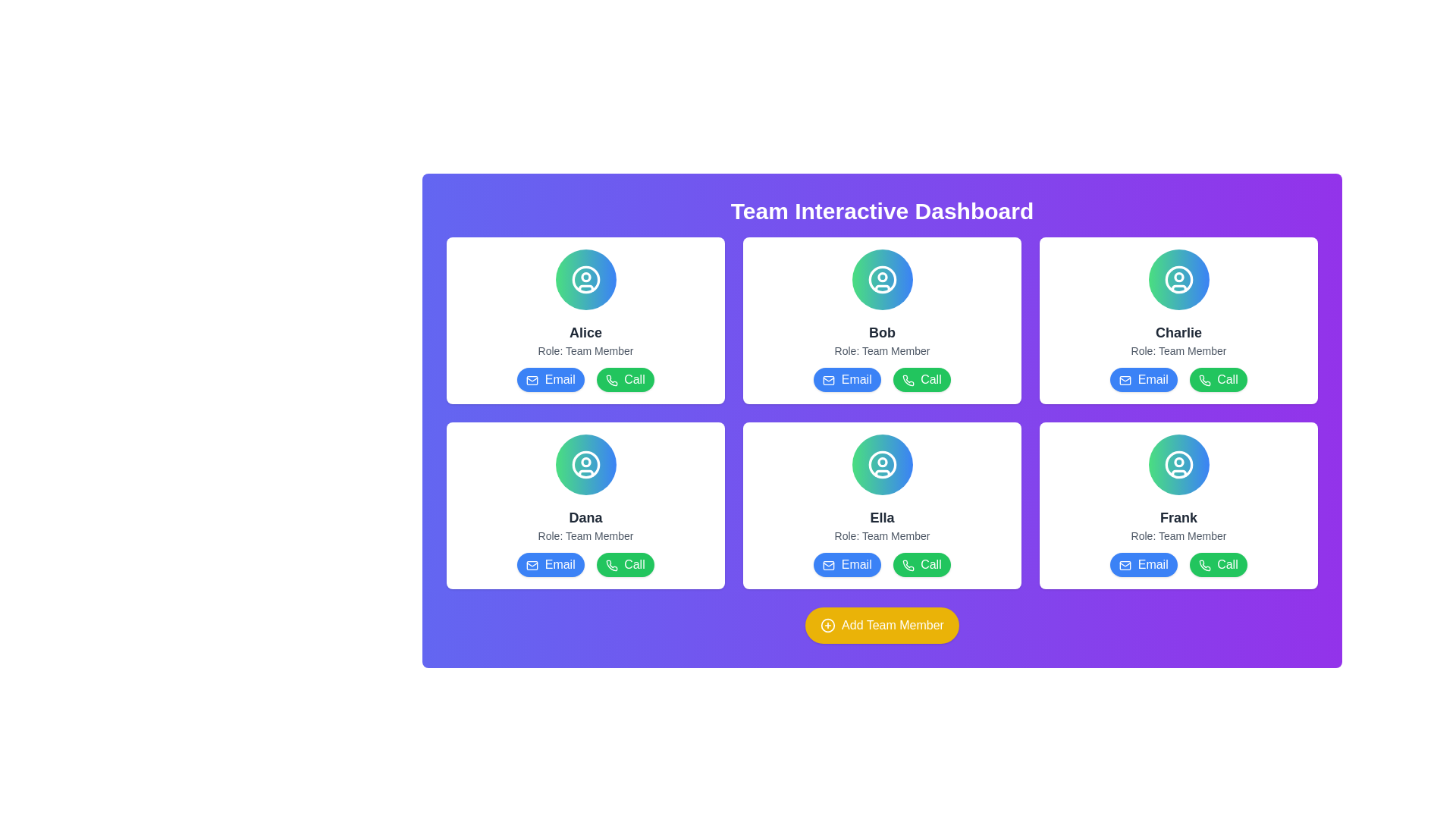 This screenshot has width=1456, height=819. Describe the element at coordinates (882, 626) in the screenshot. I see `the yellow button labeled 'Add Team Member' located at the bottom center of the dashboard` at that location.